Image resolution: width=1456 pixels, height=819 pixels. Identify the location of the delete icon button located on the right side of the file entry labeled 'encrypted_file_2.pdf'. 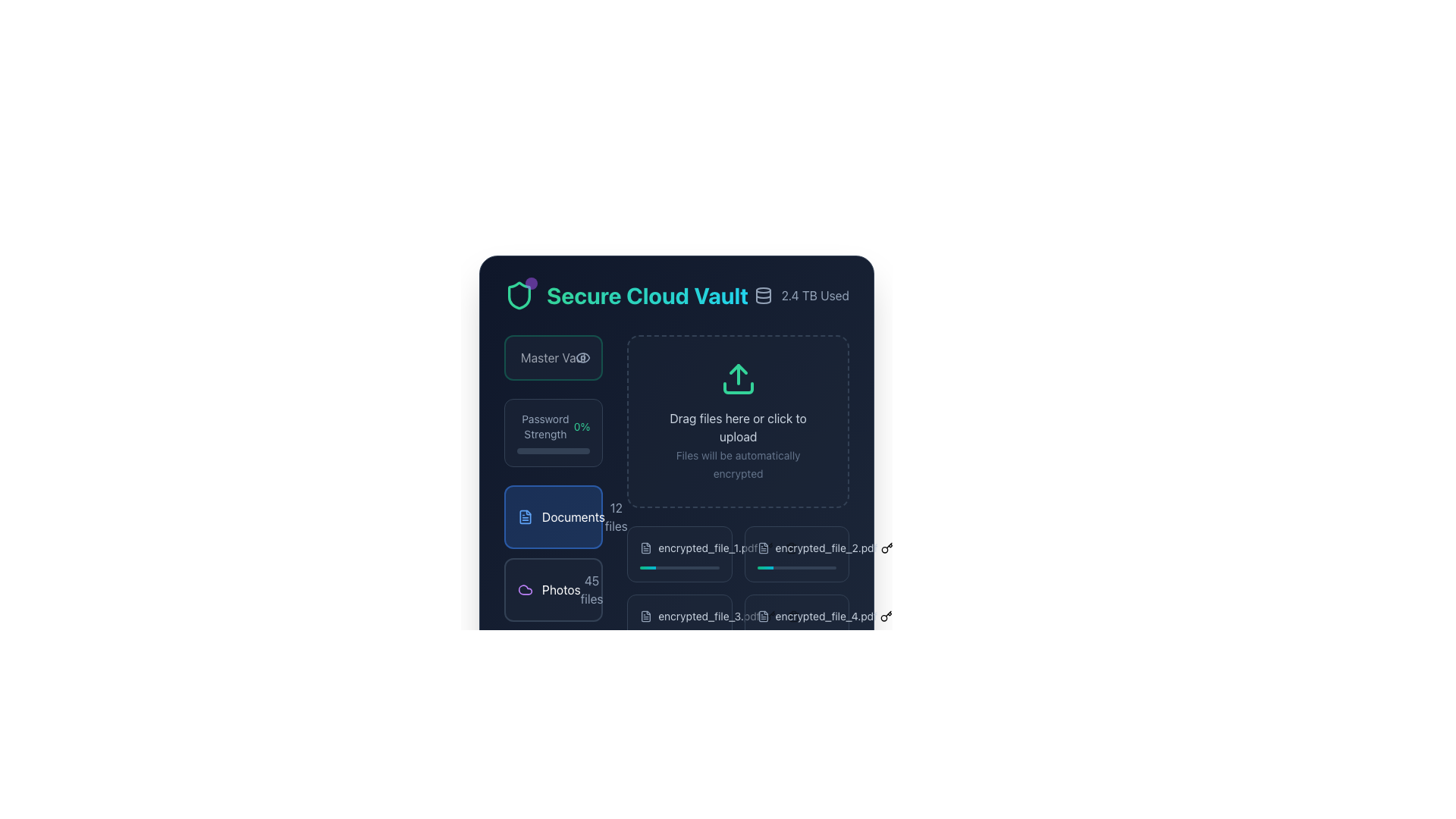
(790, 548).